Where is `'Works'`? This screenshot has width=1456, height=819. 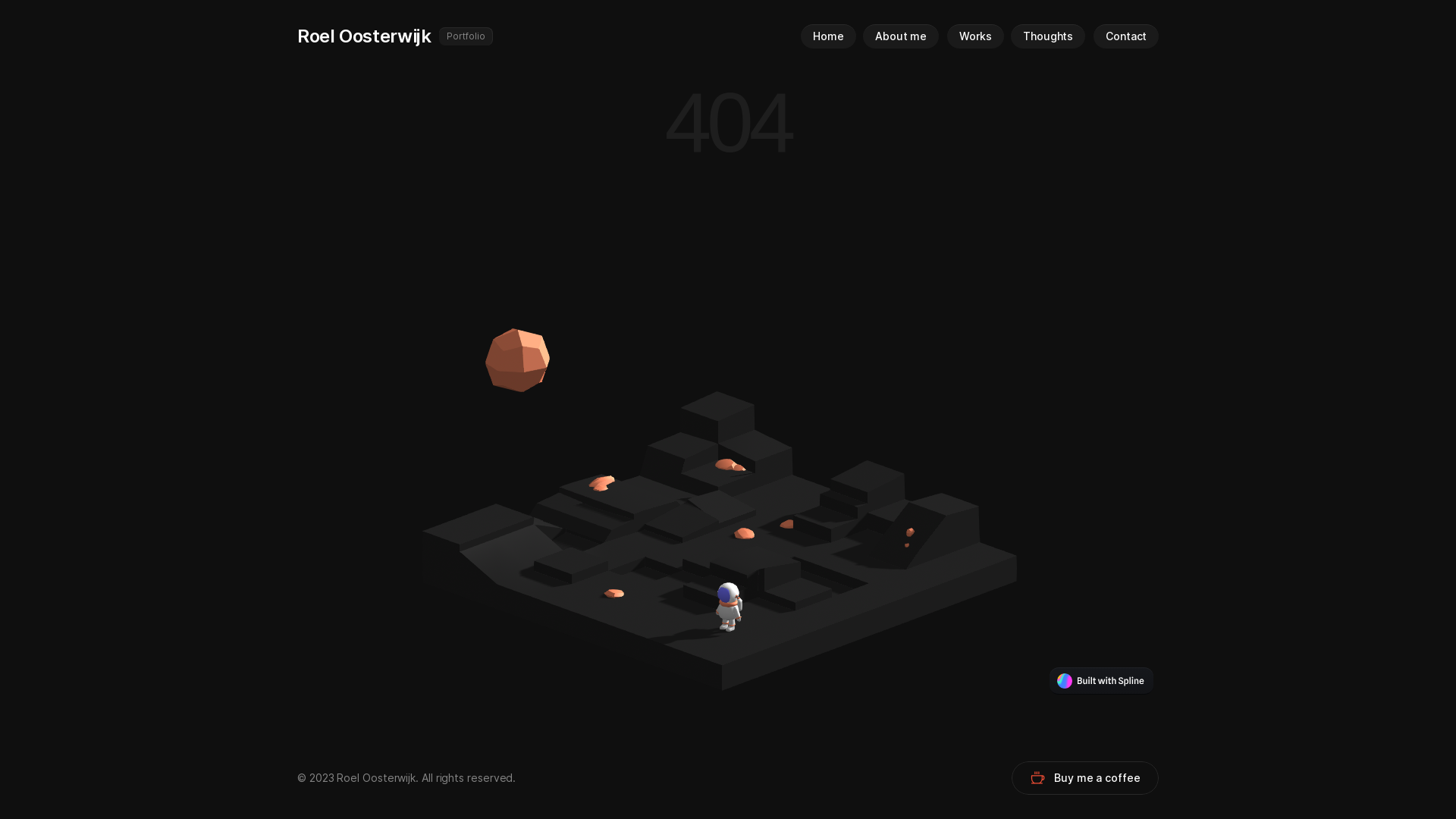
'Works' is located at coordinates (975, 35).